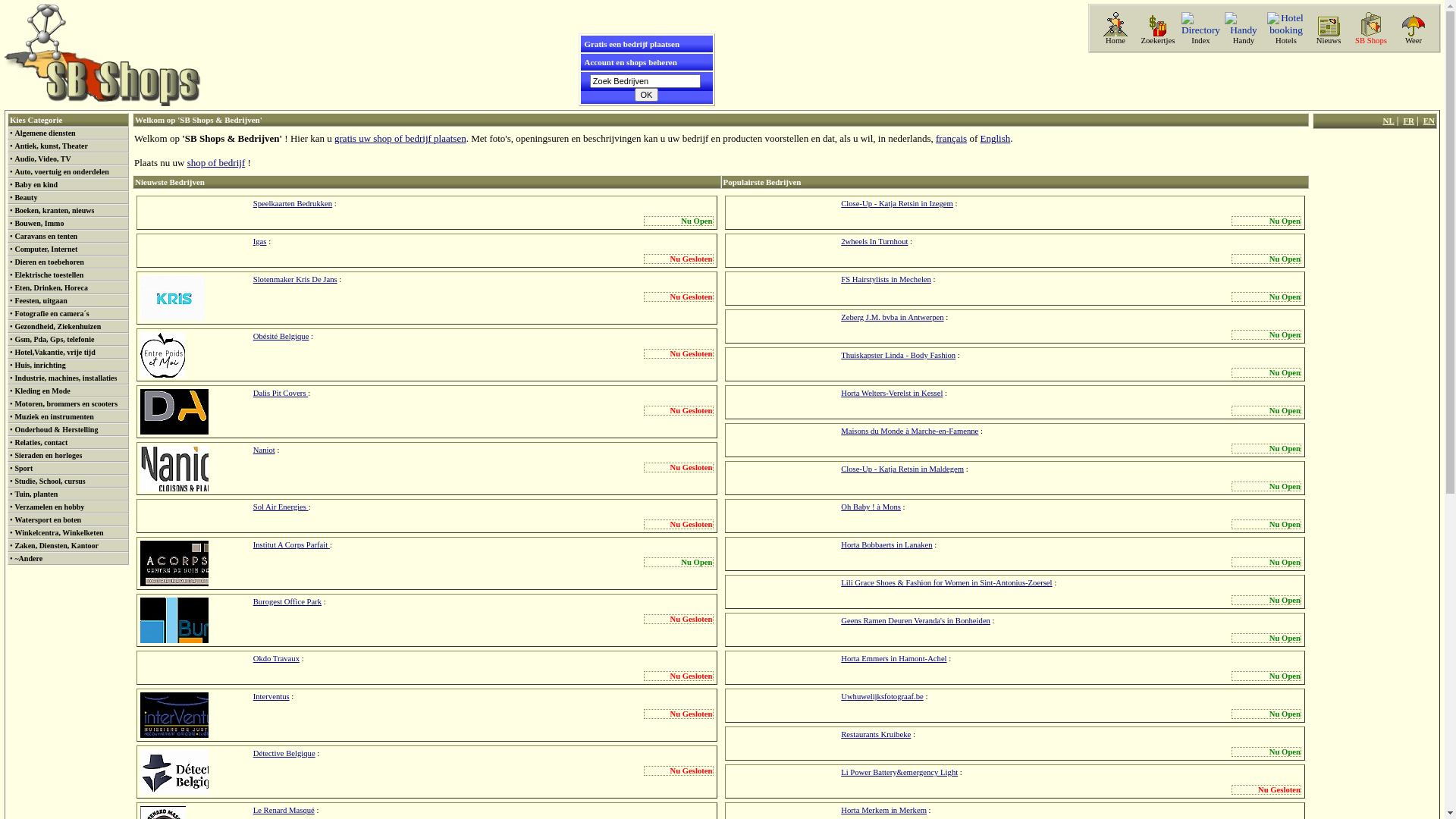 This screenshot has height=819, width=1456. Describe the element at coordinates (839, 355) in the screenshot. I see `'Thuiskapster Linda - Body Fashion'` at that location.